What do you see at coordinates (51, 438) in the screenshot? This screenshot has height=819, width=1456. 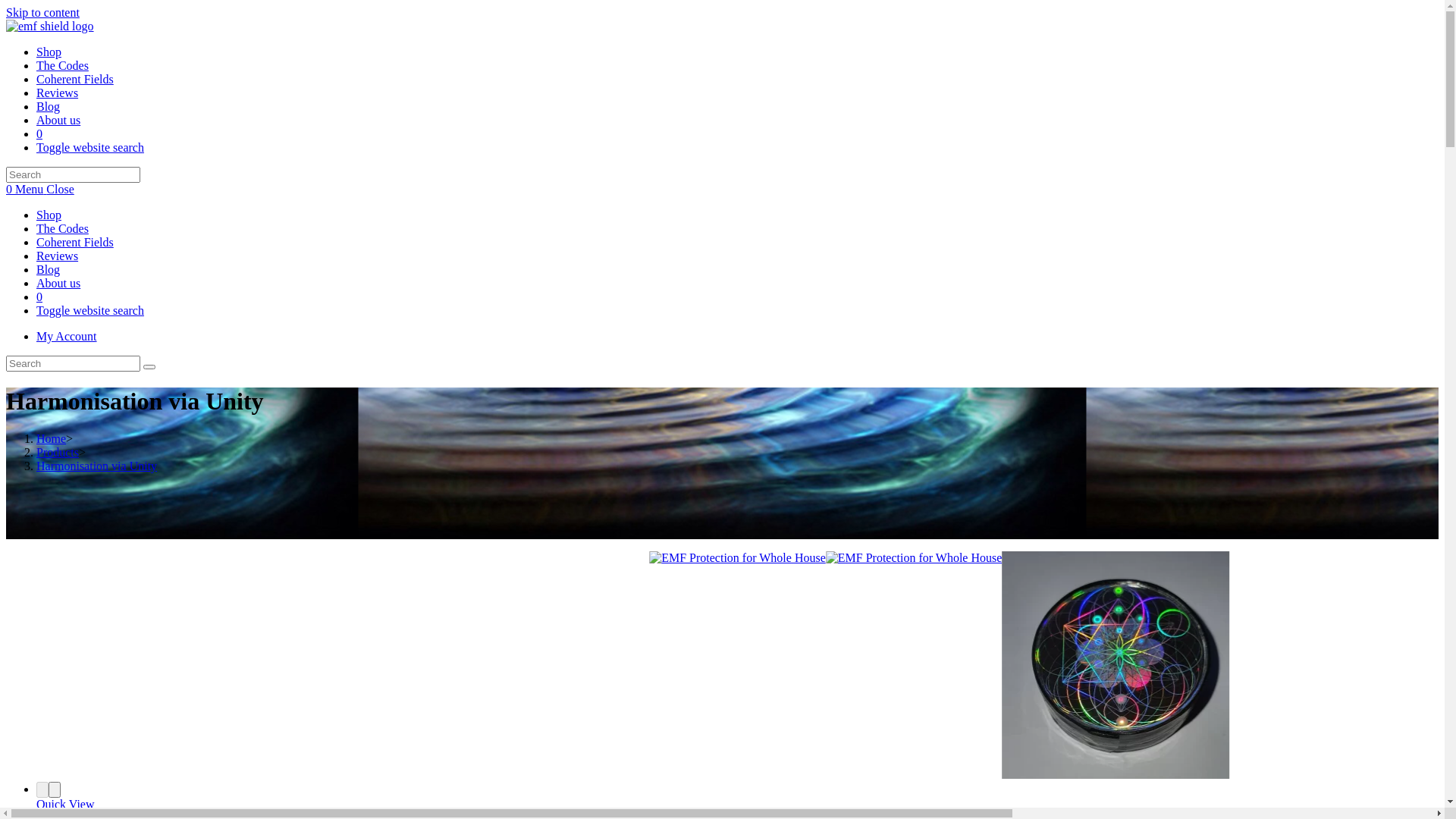 I see `'Home'` at bounding box center [51, 438].